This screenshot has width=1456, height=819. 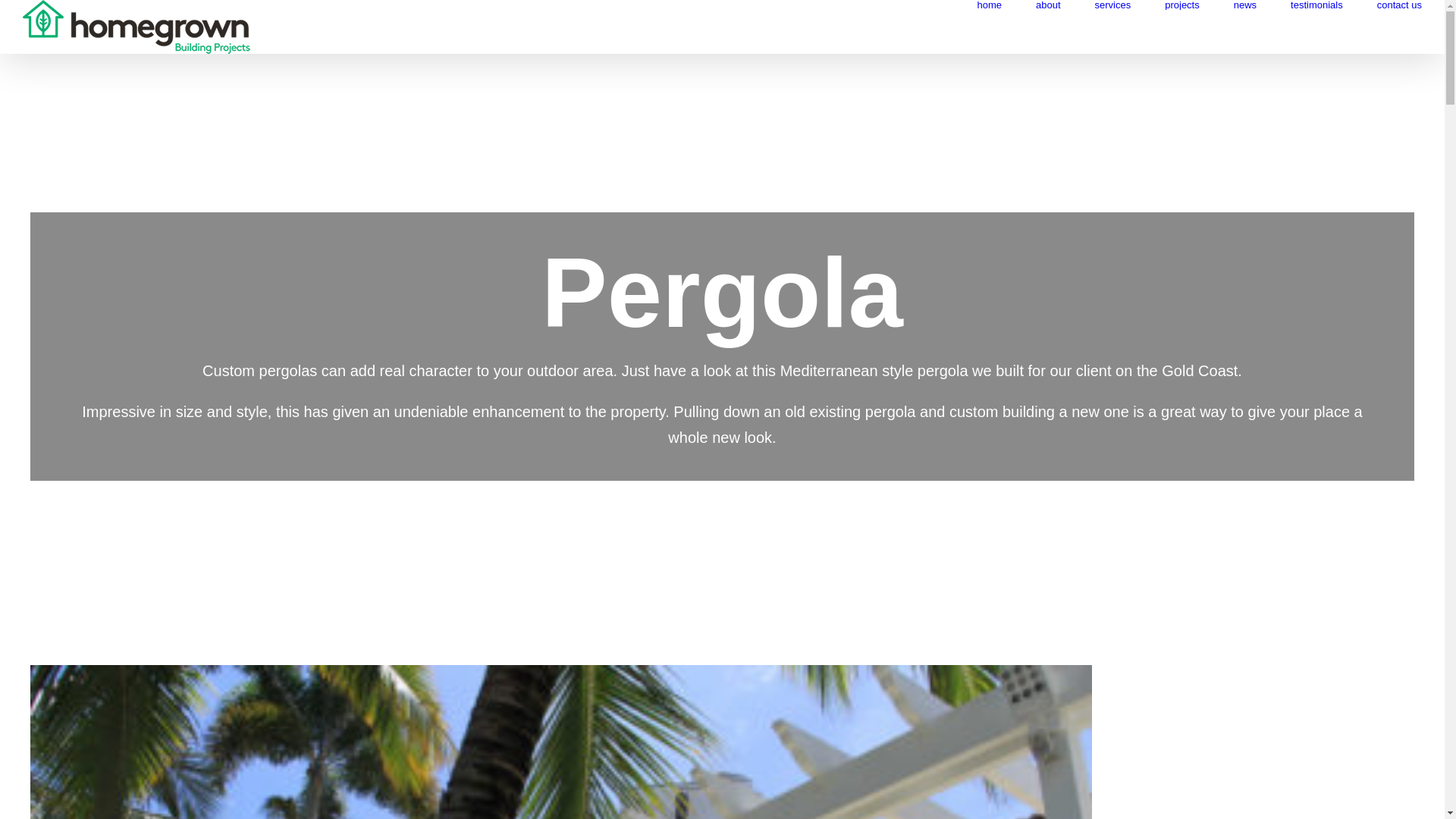 What do you see at coordinates (1047, 5) in the screenshot?
I see `'about'` at bounding box center [1047, 5].